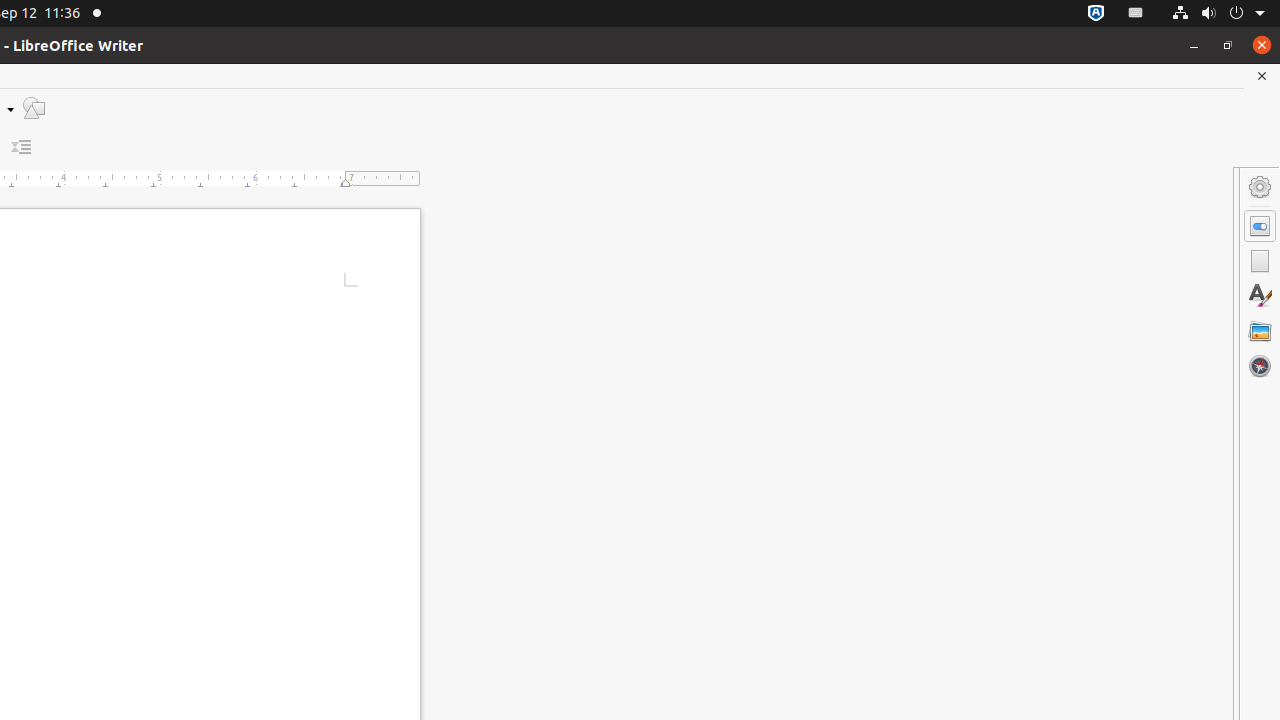 The width and height of the screenshot is (1280, 720). What do you see at coordinates (1259, 225) in the screenshot?
I see `'Properties'` at bounding box center [1259, 225].